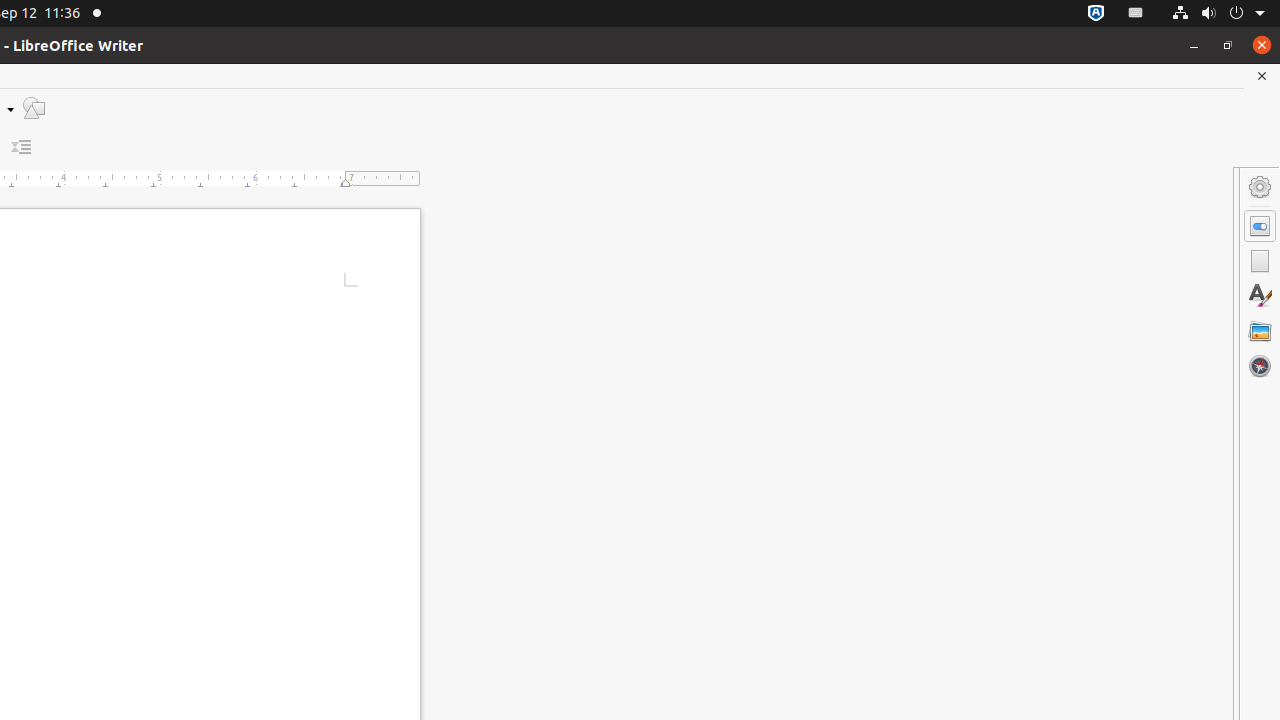 The width and height of the screenshot is (1280, 720). What do you see at coordinates (1259, 225) in the screenshot?
I see `'Properties'` at bounding box center [1259, 225].